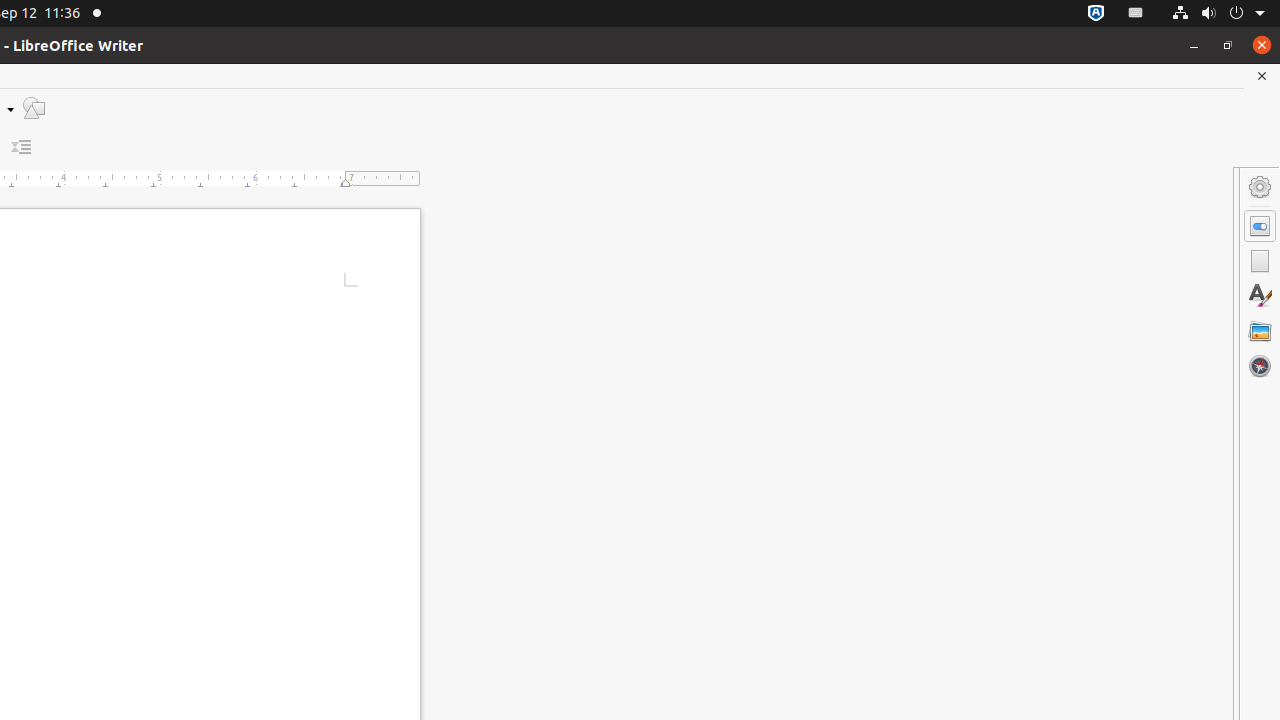 The width and height of the screenshot is (1280, 720). What do you see at coordinates (1259, 225) in the screenshot?
I see `'Properties'` at bounding box center [1259, 225].